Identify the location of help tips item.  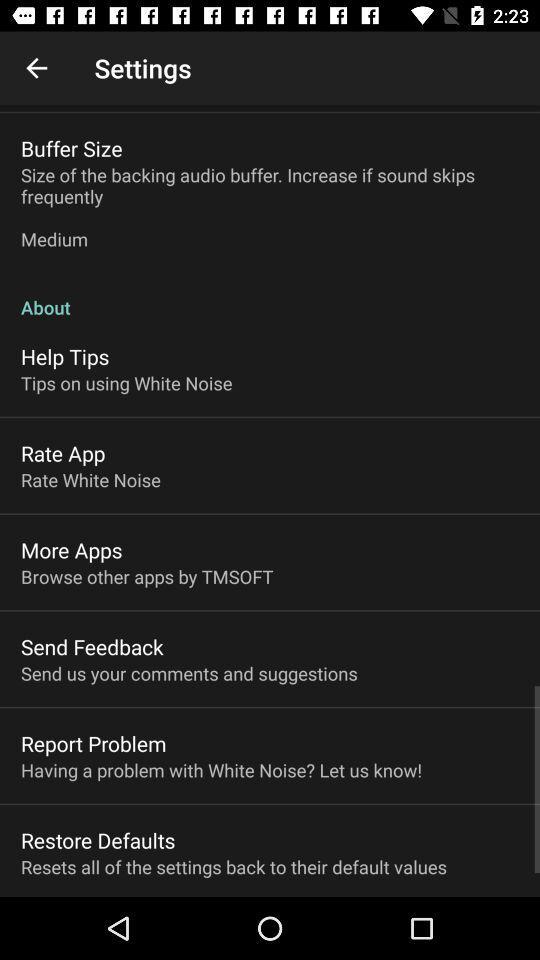
(65, 356).